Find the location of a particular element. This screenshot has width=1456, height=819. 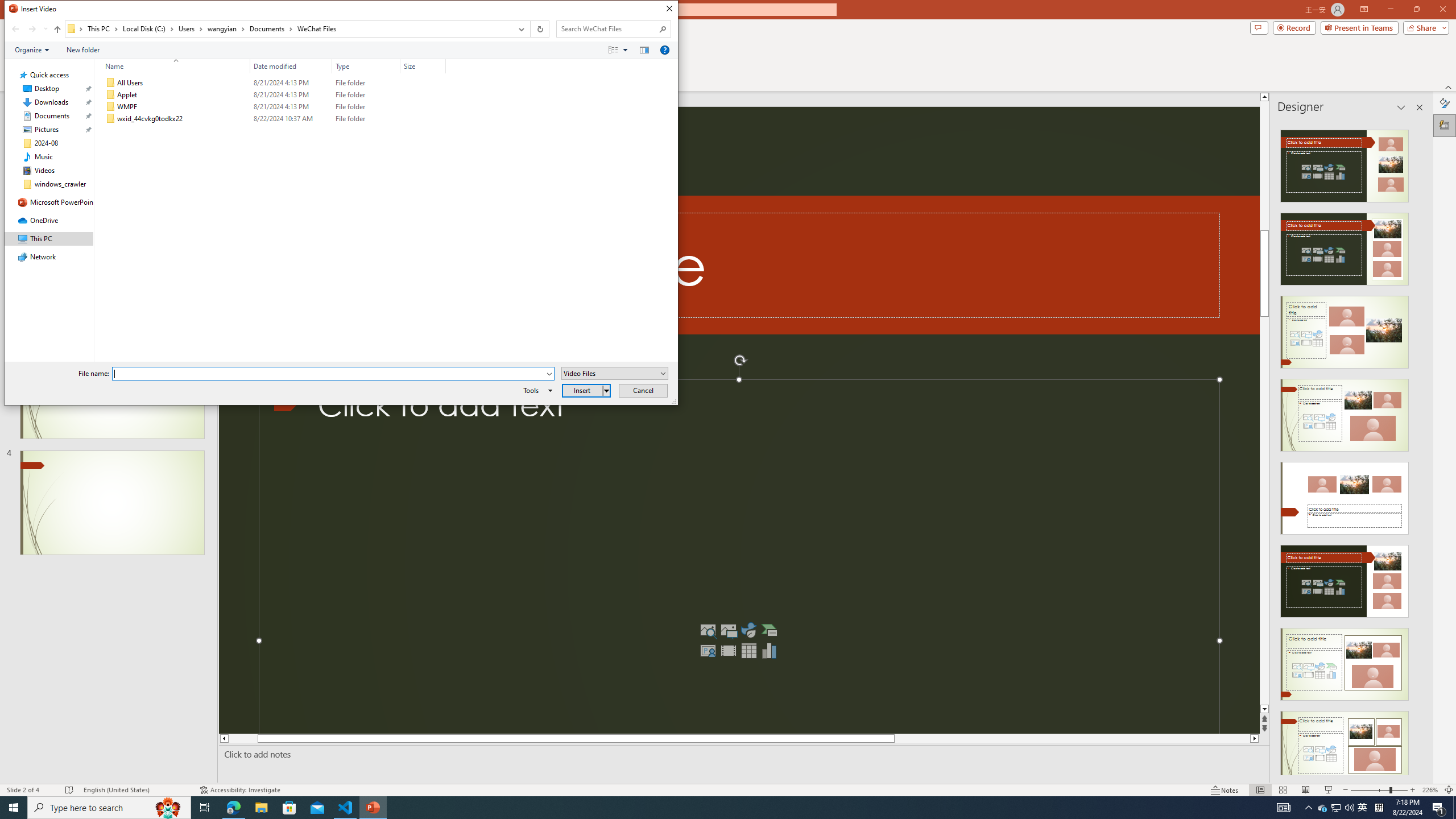

'Tools' is located at coordinates (535, 390).